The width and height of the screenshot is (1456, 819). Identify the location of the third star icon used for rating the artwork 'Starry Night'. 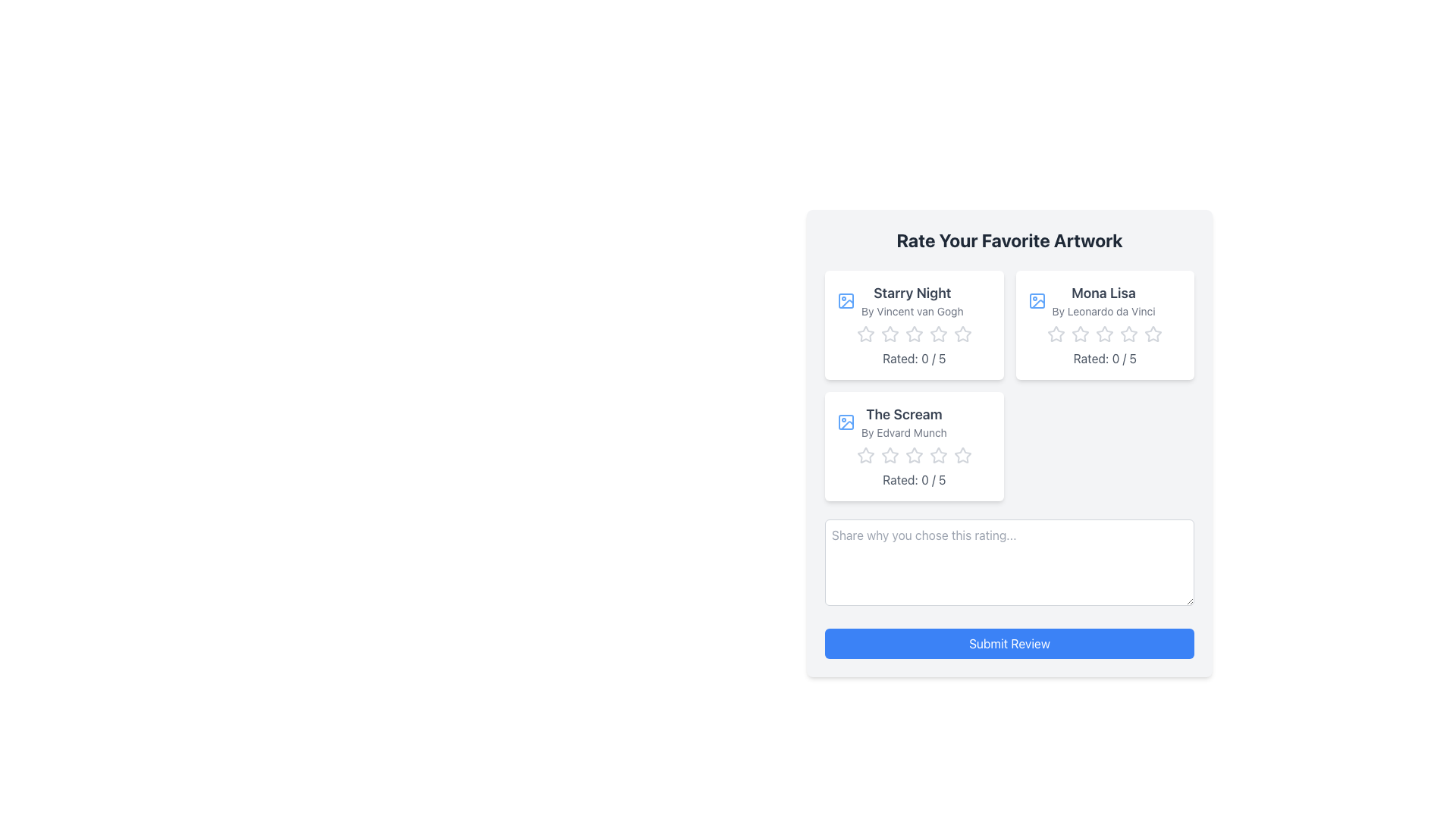
(890, 333).